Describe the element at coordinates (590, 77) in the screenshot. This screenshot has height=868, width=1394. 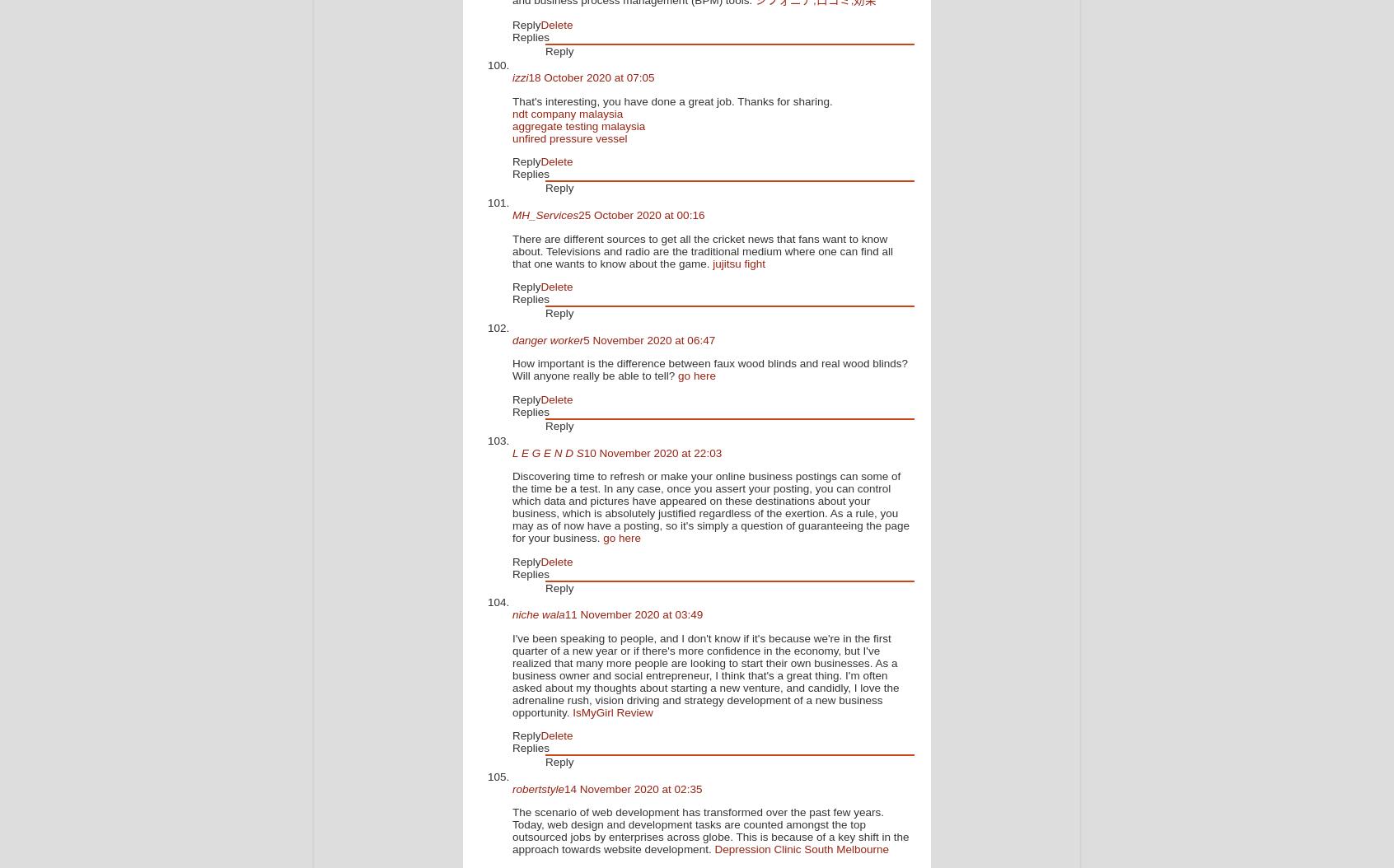
I see `'18 October 2020 at 07:05'` at that location.